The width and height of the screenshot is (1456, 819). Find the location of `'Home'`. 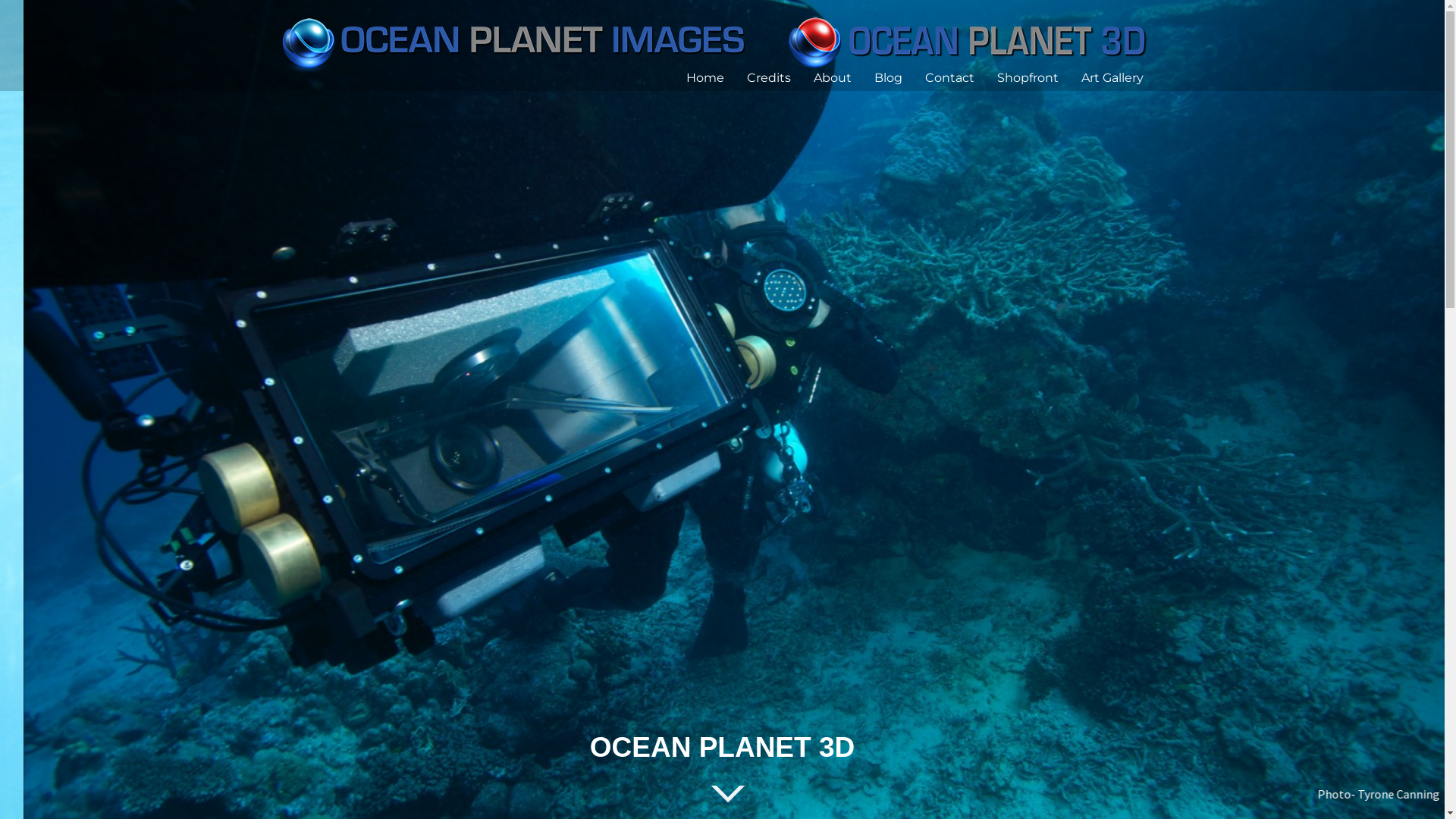

'Home' is located at coordinates (684, 77).